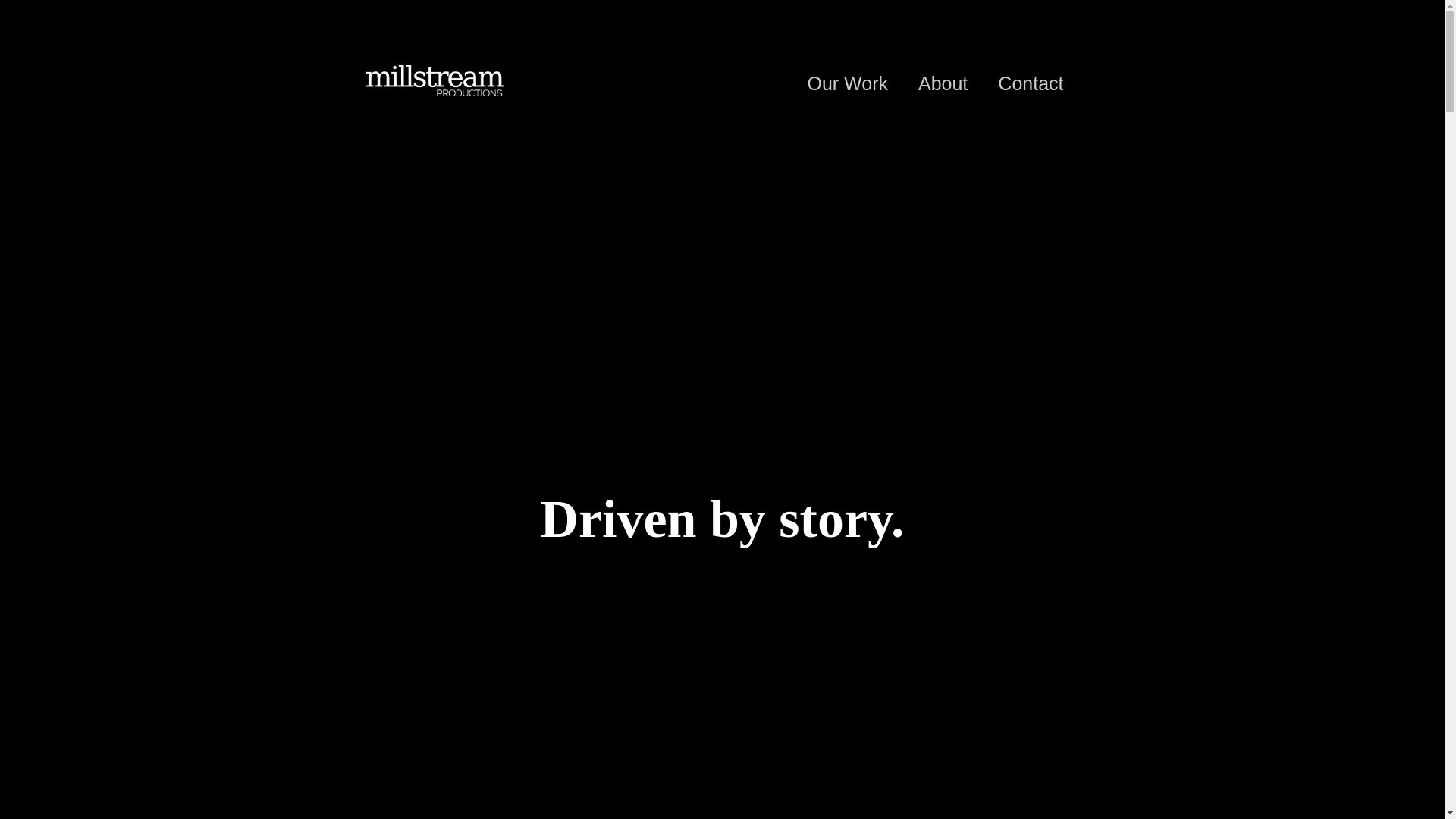  I want to click on 'About', so click(942, 83).